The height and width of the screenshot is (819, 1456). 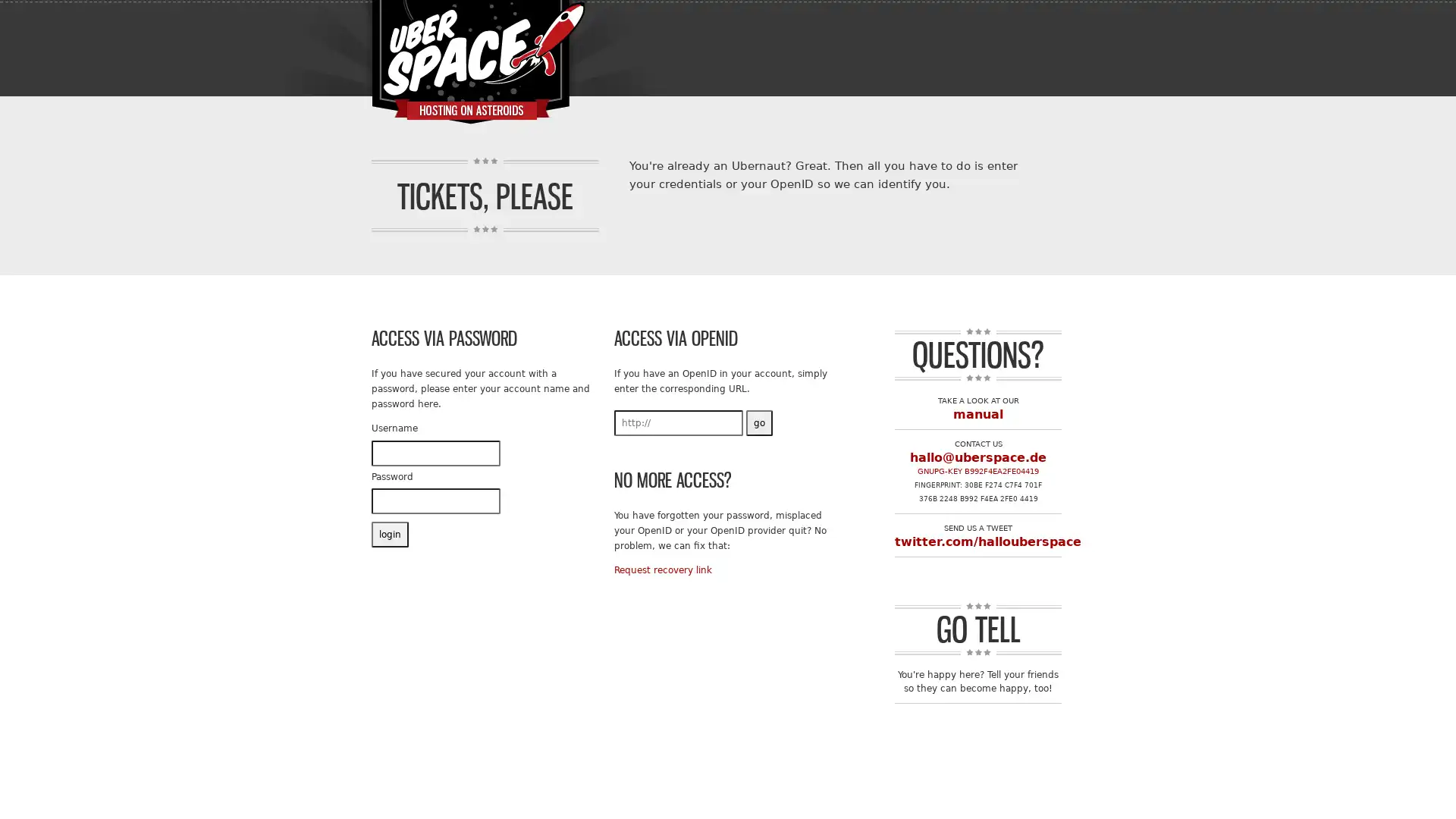 I want to click on go, so click(x=759, y=422).